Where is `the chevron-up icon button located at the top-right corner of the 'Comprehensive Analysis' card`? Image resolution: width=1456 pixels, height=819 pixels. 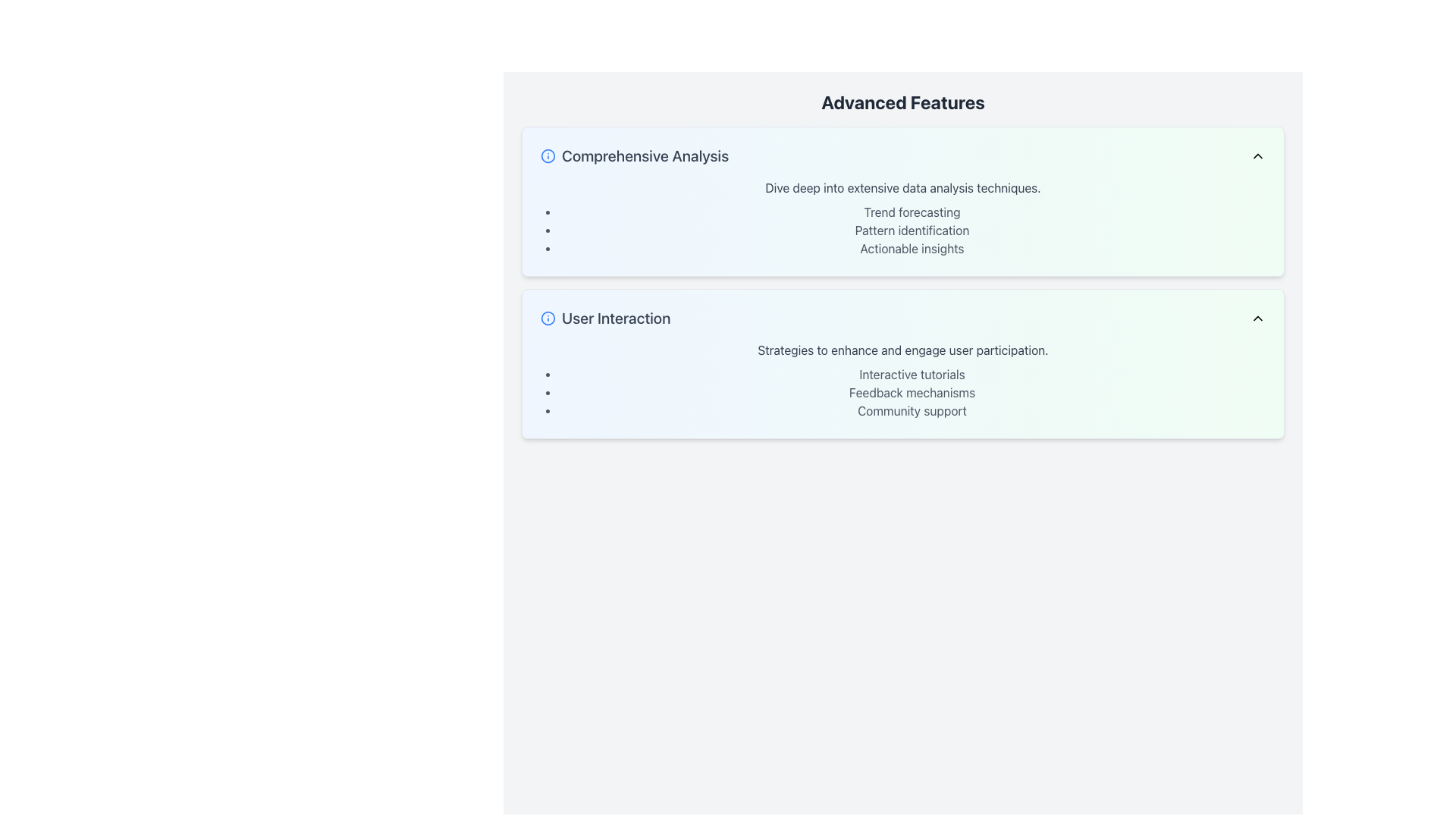 the chevron-up icon button located at the top-right corner of the 'Comprehensive Analysis' card is located at coordinates (1258, 155).